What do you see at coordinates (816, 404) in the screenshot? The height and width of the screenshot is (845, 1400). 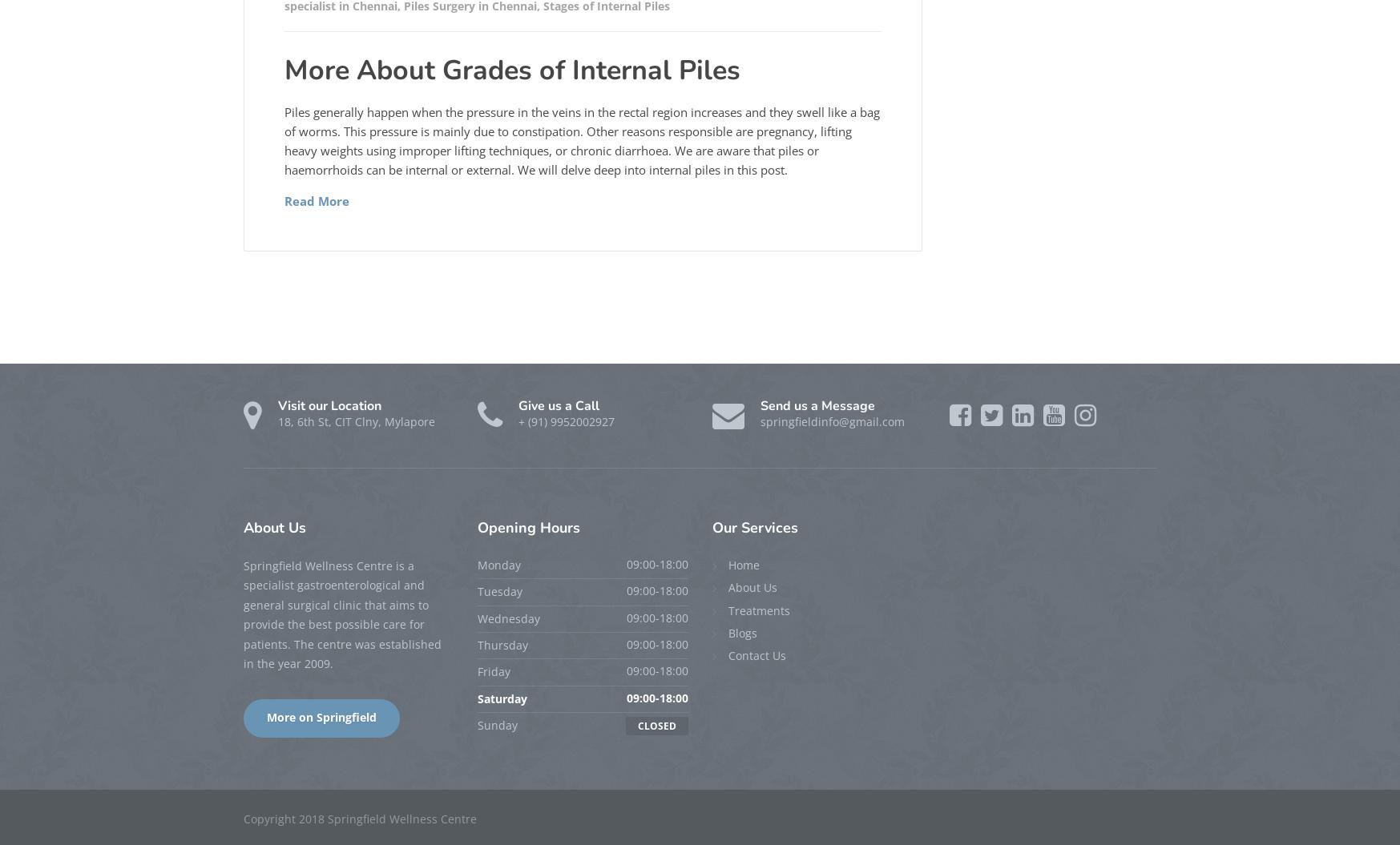 I see `'Send us a Message'` at bounding box center [816, 404].